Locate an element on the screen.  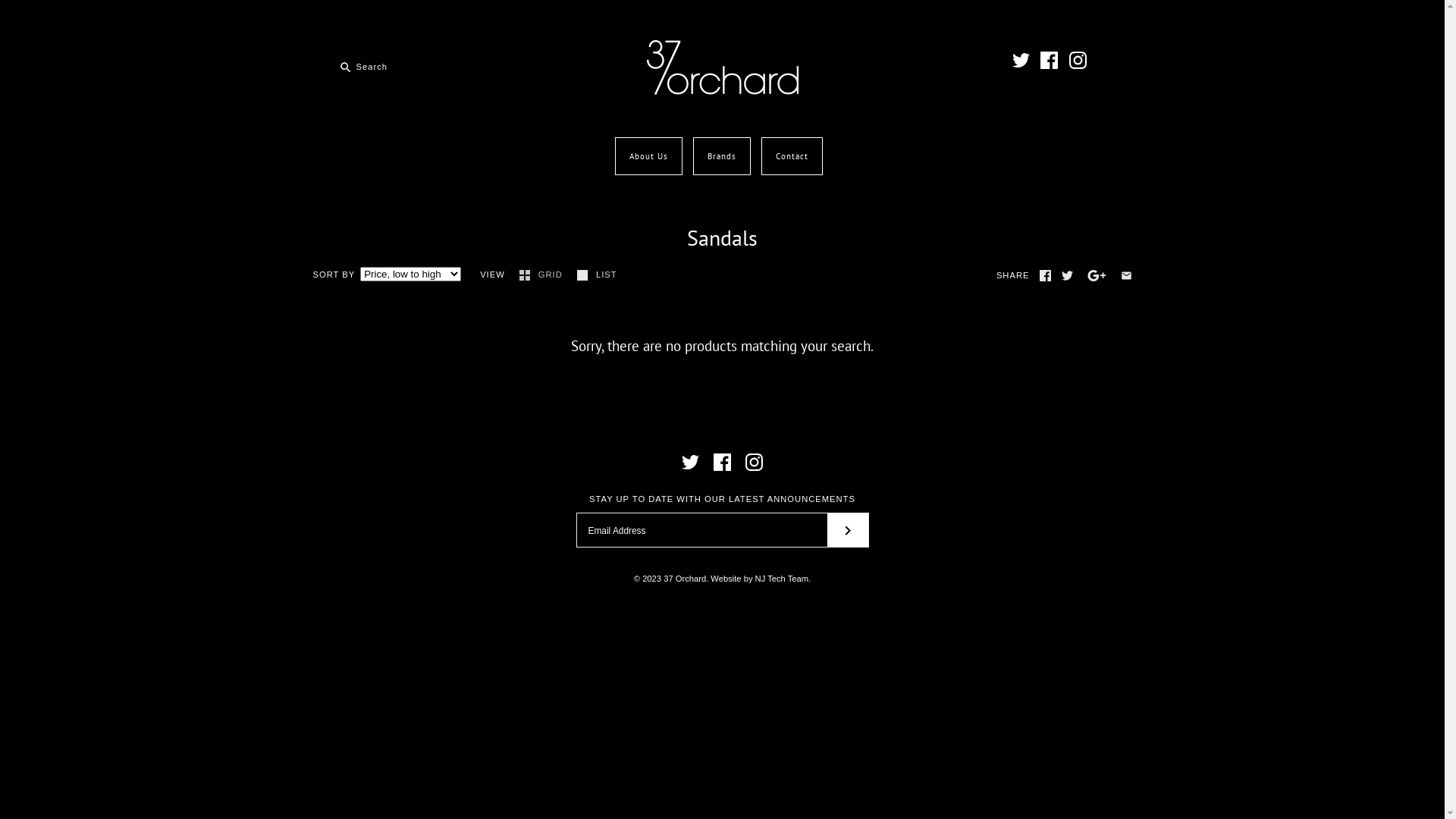
'Email' is located at coordinates (1126, 275).